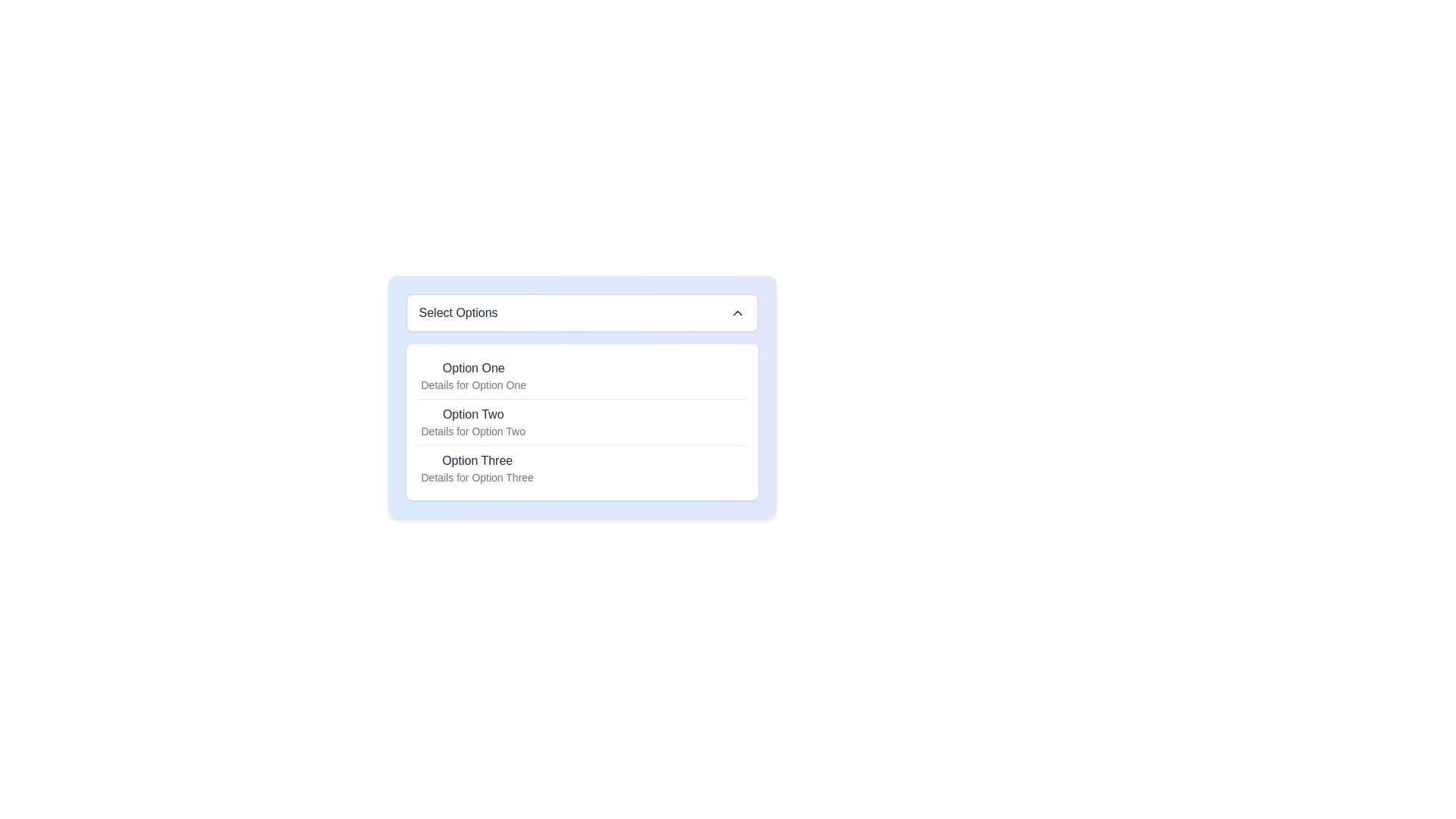 The image size is (1456, 819). I want to click on the text element reading 'Details for Option Three', which is styled with a smaller font size and gray color, located within the dropdown menu under 'Select Options', so click(476, 476).